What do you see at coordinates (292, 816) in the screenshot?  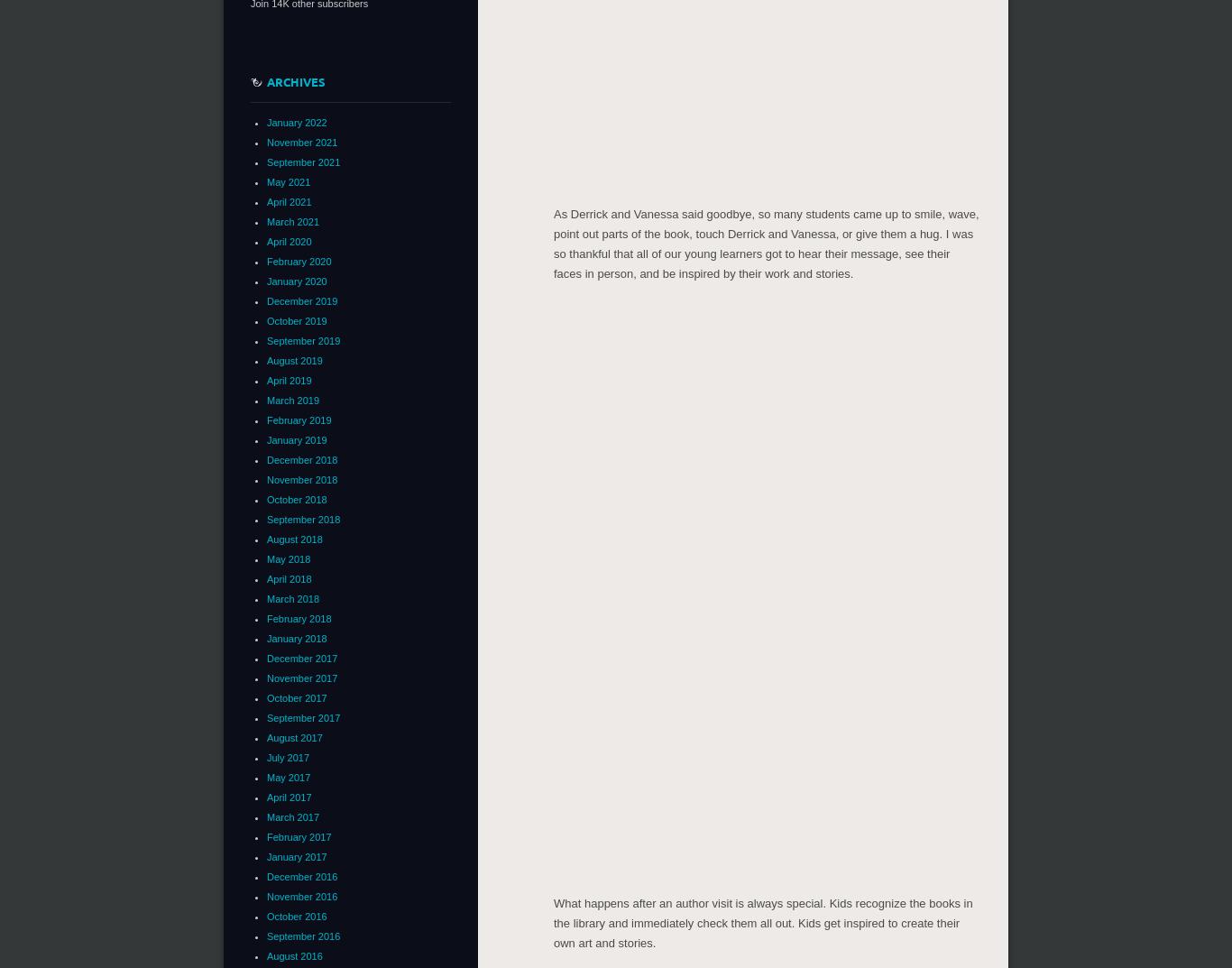 I see `'March 2017'` at bounding box center [292, 816].